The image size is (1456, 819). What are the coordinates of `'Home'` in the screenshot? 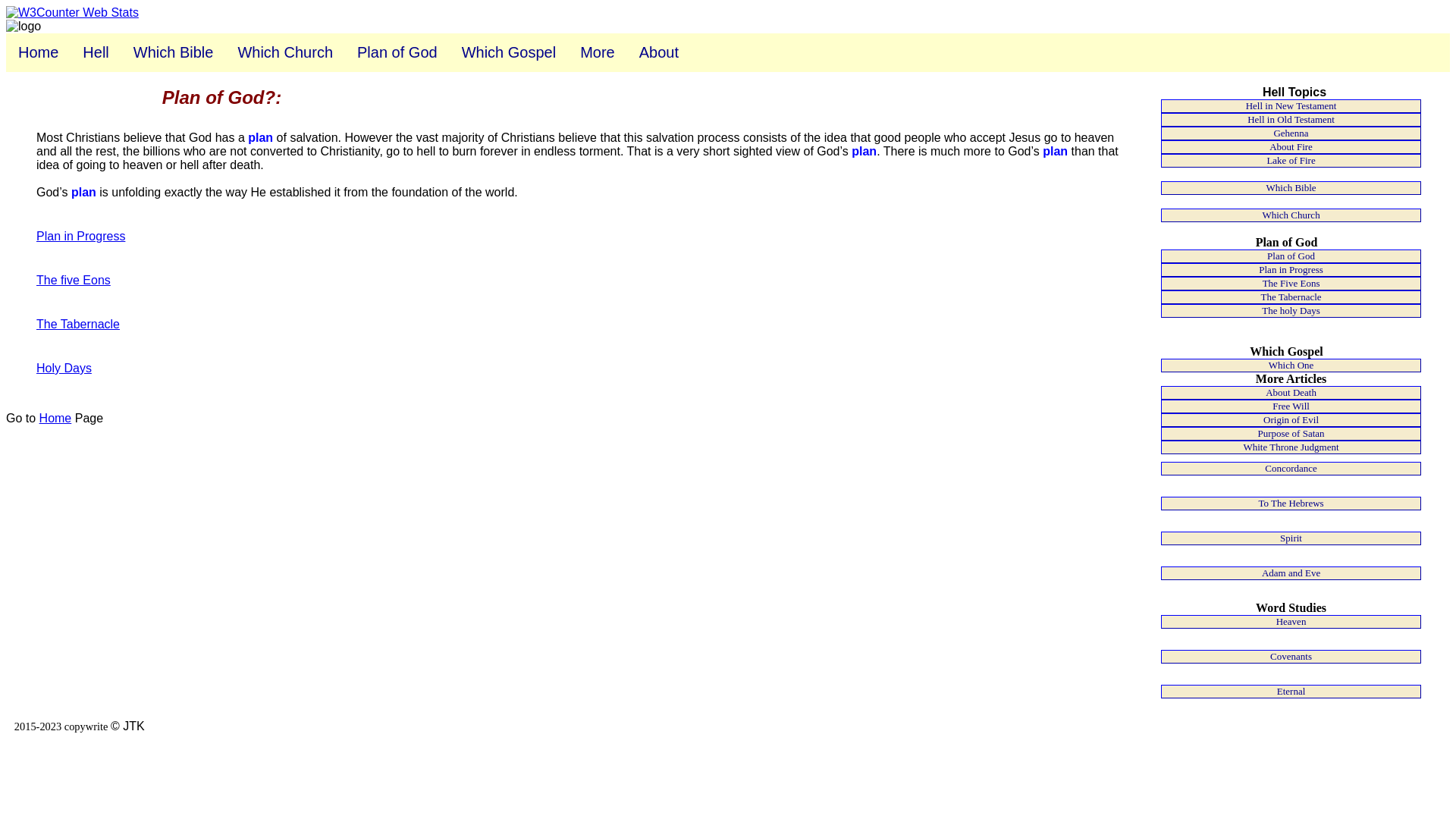 It's located at (38, 52).